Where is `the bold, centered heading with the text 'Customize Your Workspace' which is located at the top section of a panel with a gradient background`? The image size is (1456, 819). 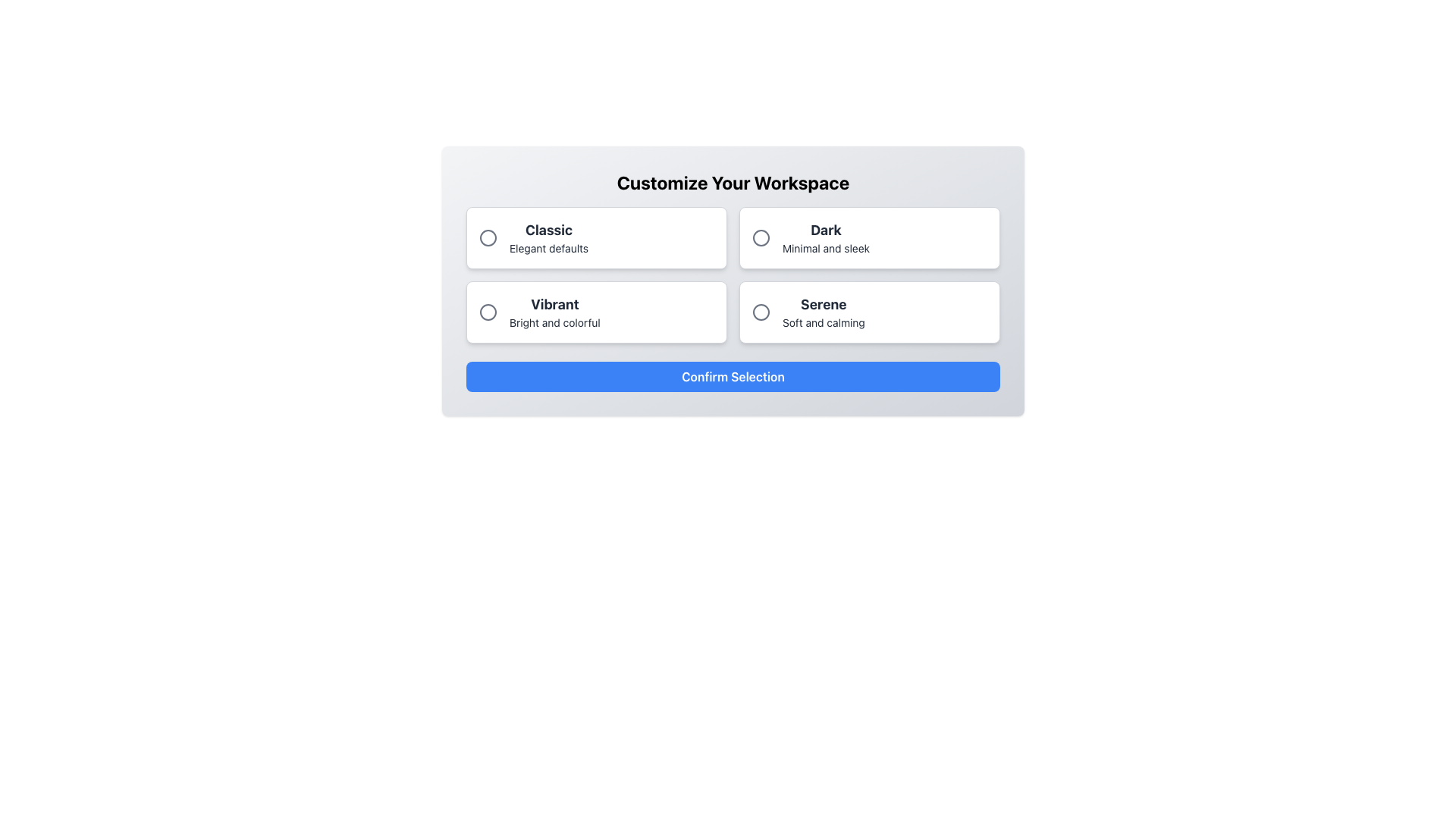
the bold, centered heading with the text 'Customize Your Workspace' which is located at the top section of a panel with a gradient background is located at coordinates (733, 181).